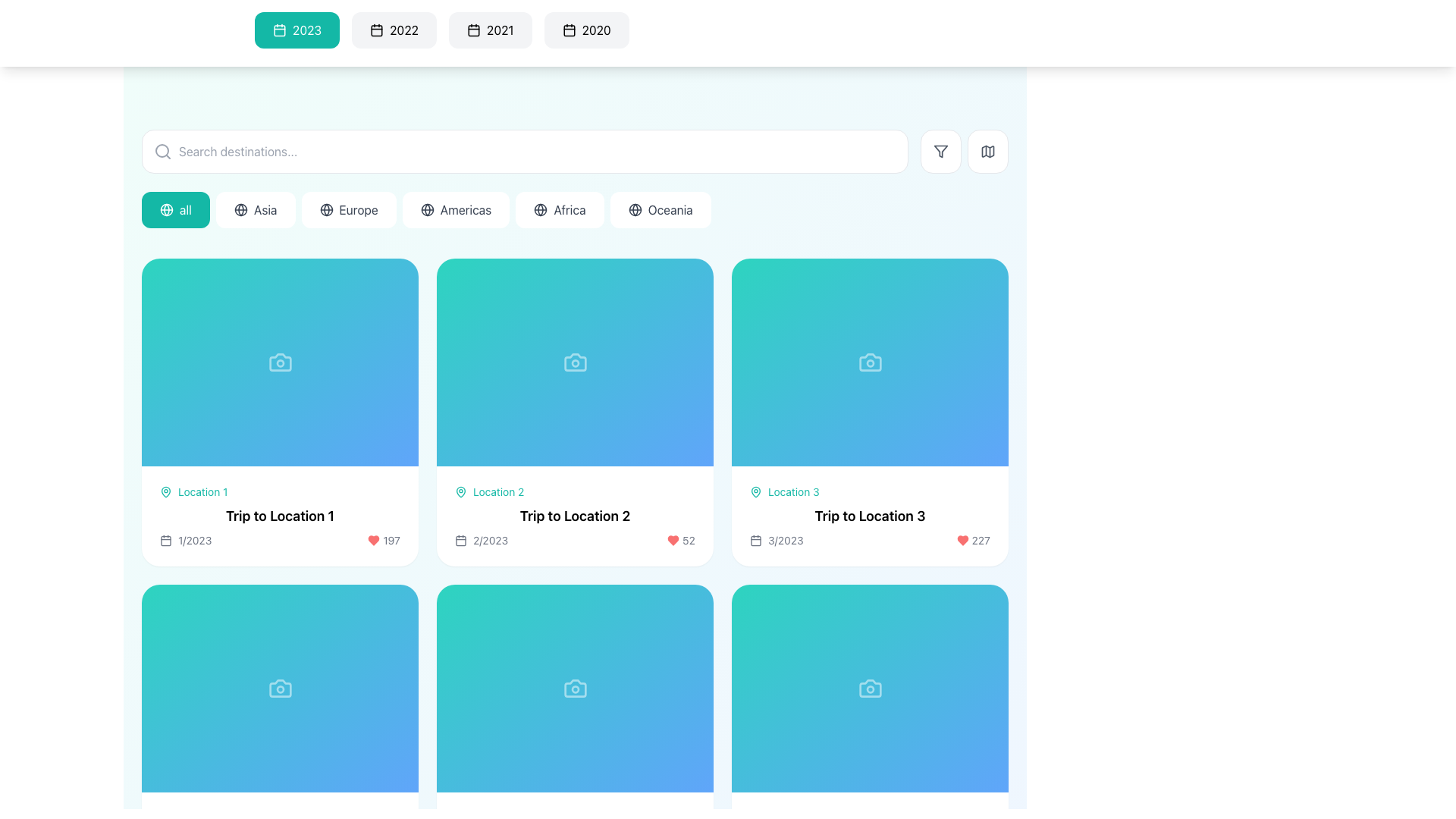 This screenshot has width=1456, height=819. I want to click on the SVG Rectangle element that is part of the calendar icon in the second trip card associated with 'Trip to Location 2.', so click(460, 540).